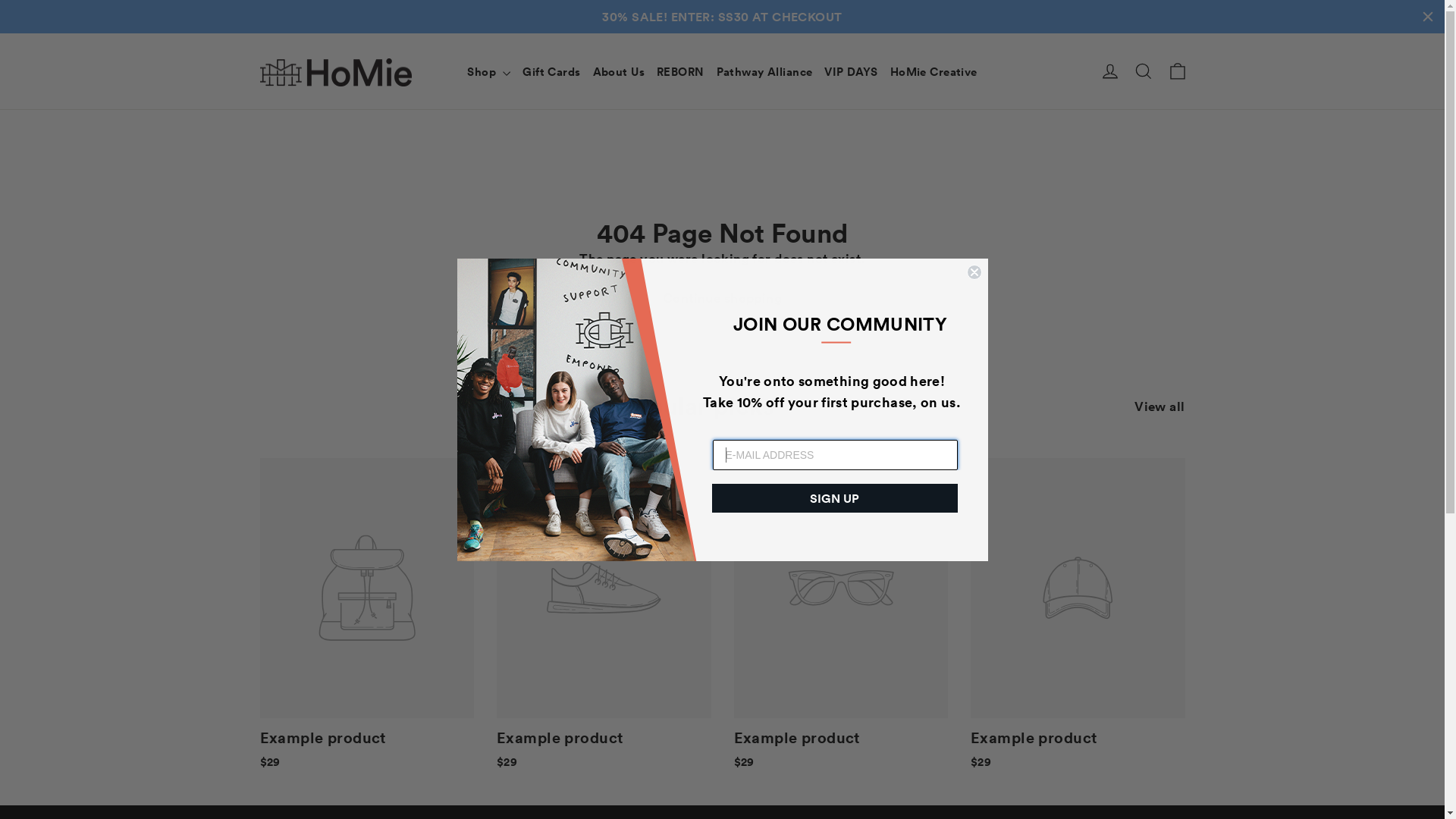 This screenshot has width=1456, height=819. I want to click on 'SIGN UP', so click(833, 497).